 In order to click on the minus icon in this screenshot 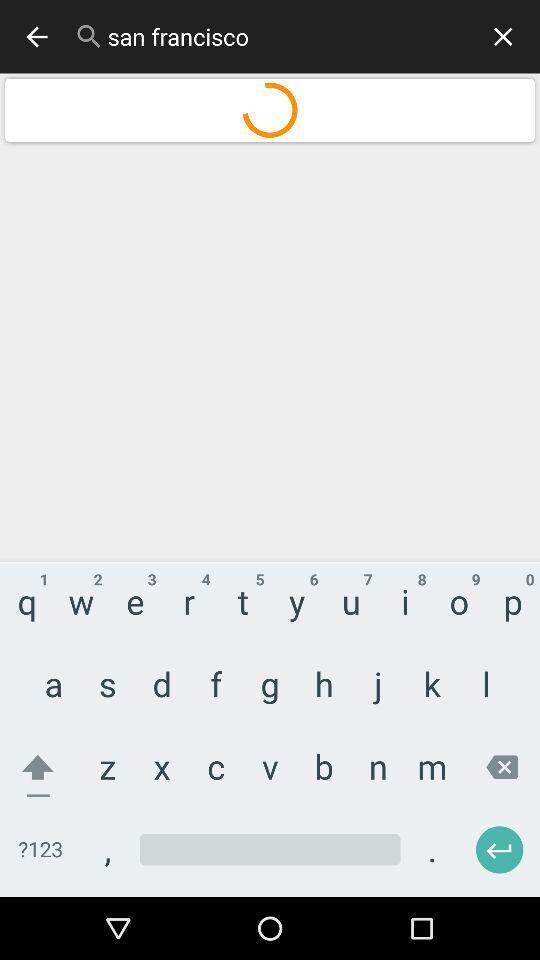, I will do `click(52, 132)`.